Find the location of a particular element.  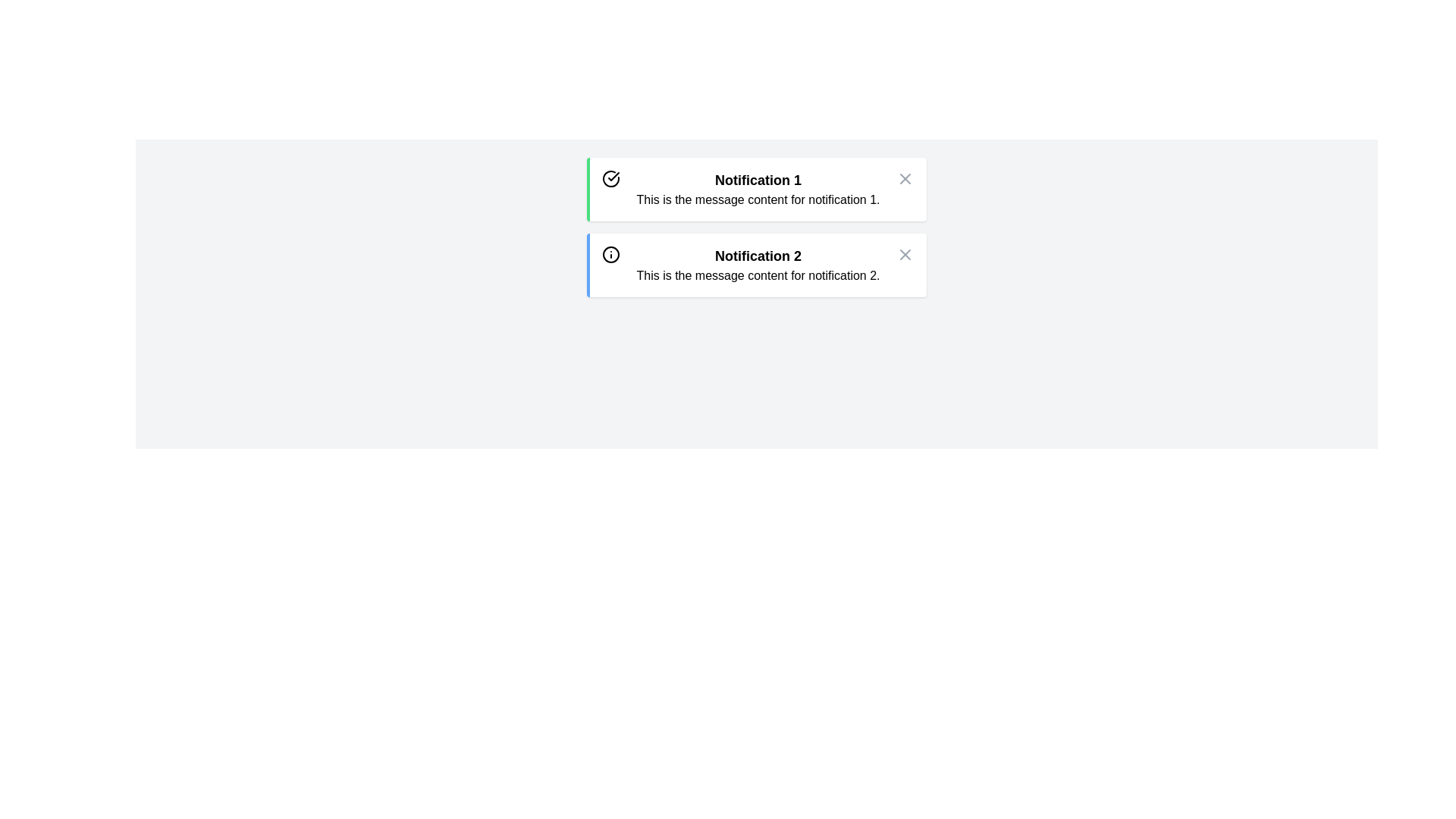

the gray 'X' close icon located at the top-right corner of the notification box labeled 'Notification 1' is located at coordinates (905, 177).